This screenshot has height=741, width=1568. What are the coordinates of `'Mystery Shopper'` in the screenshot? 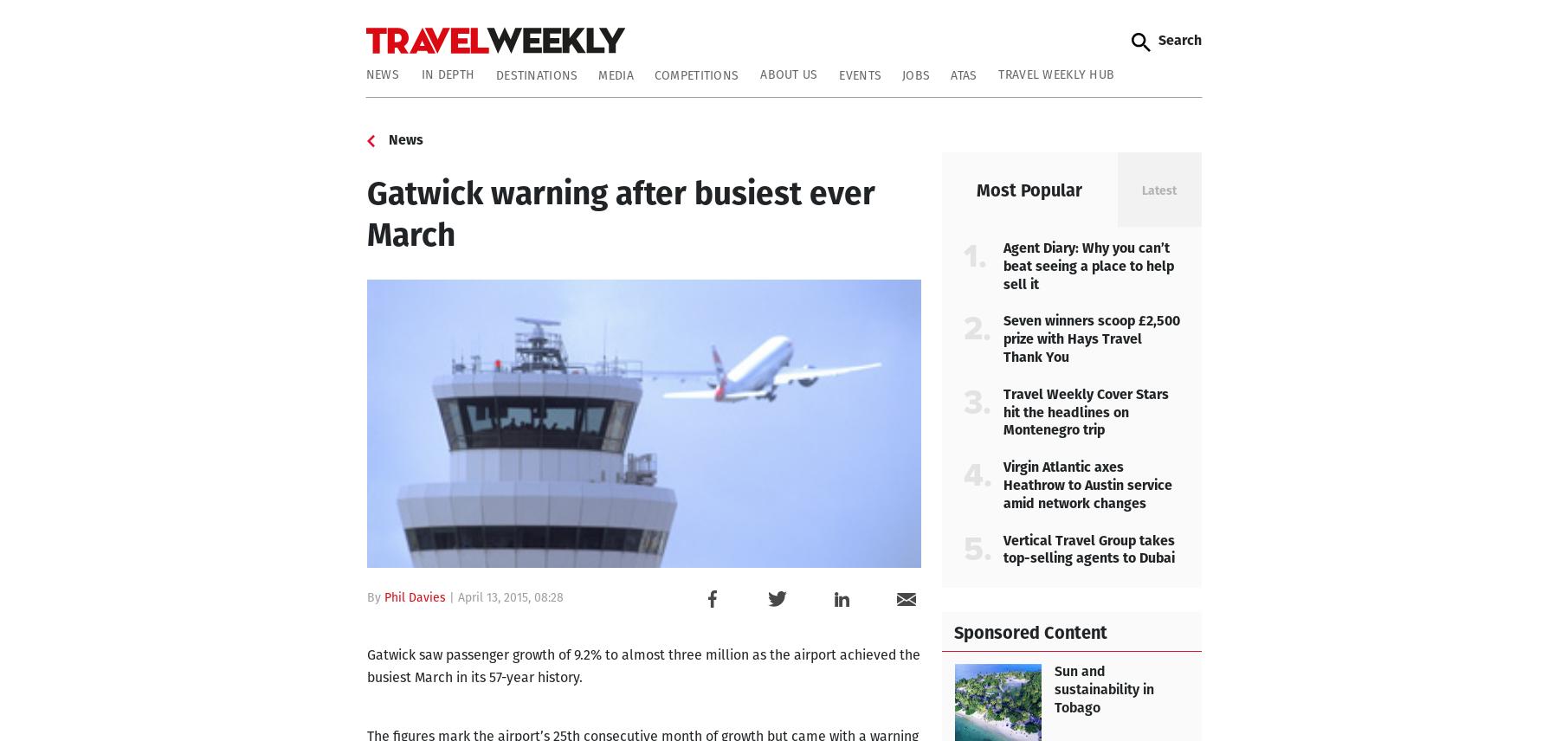 It's located at (377, 238).